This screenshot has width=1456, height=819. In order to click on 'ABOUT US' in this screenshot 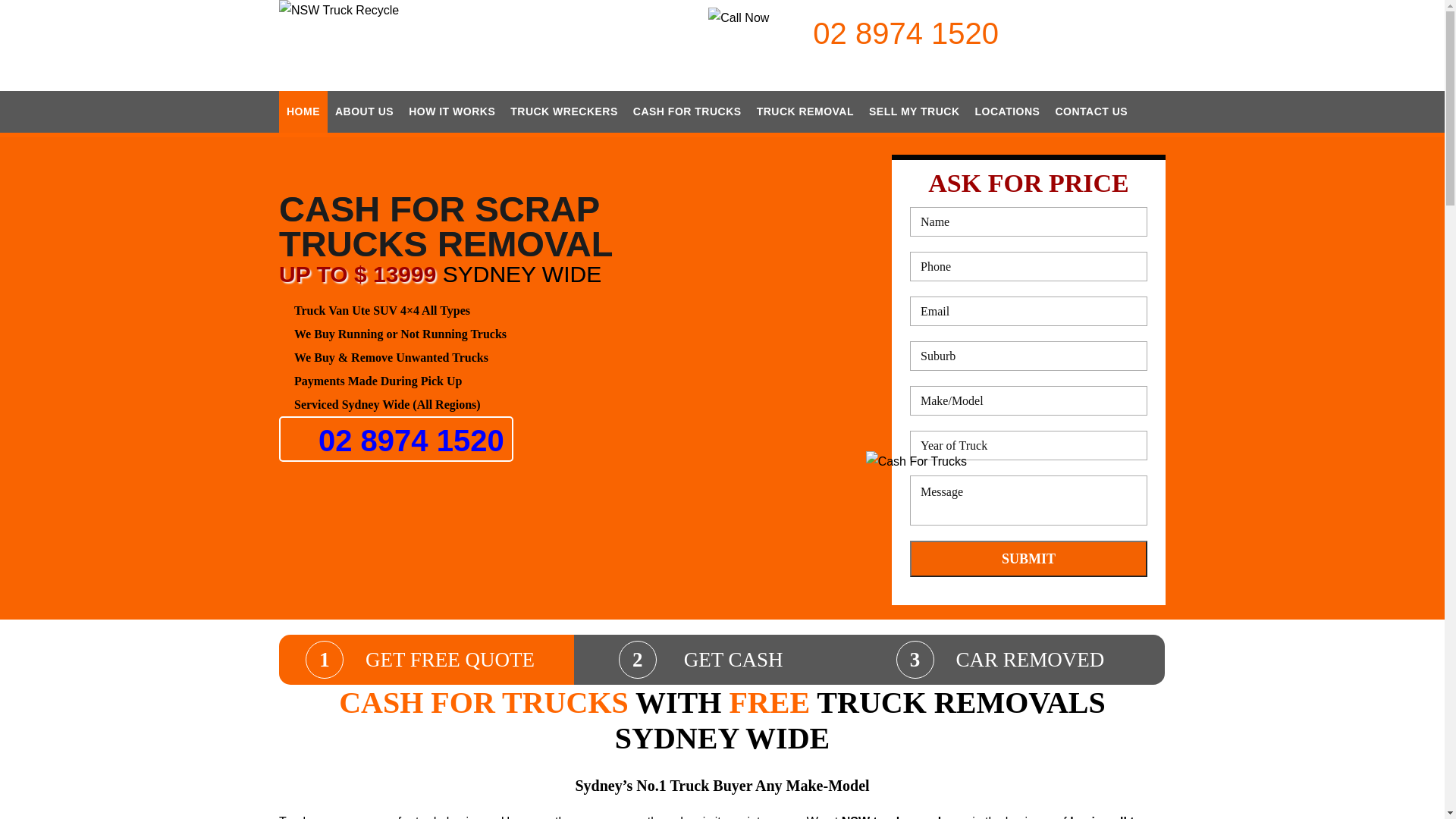, I will do `click(364, 111)`.